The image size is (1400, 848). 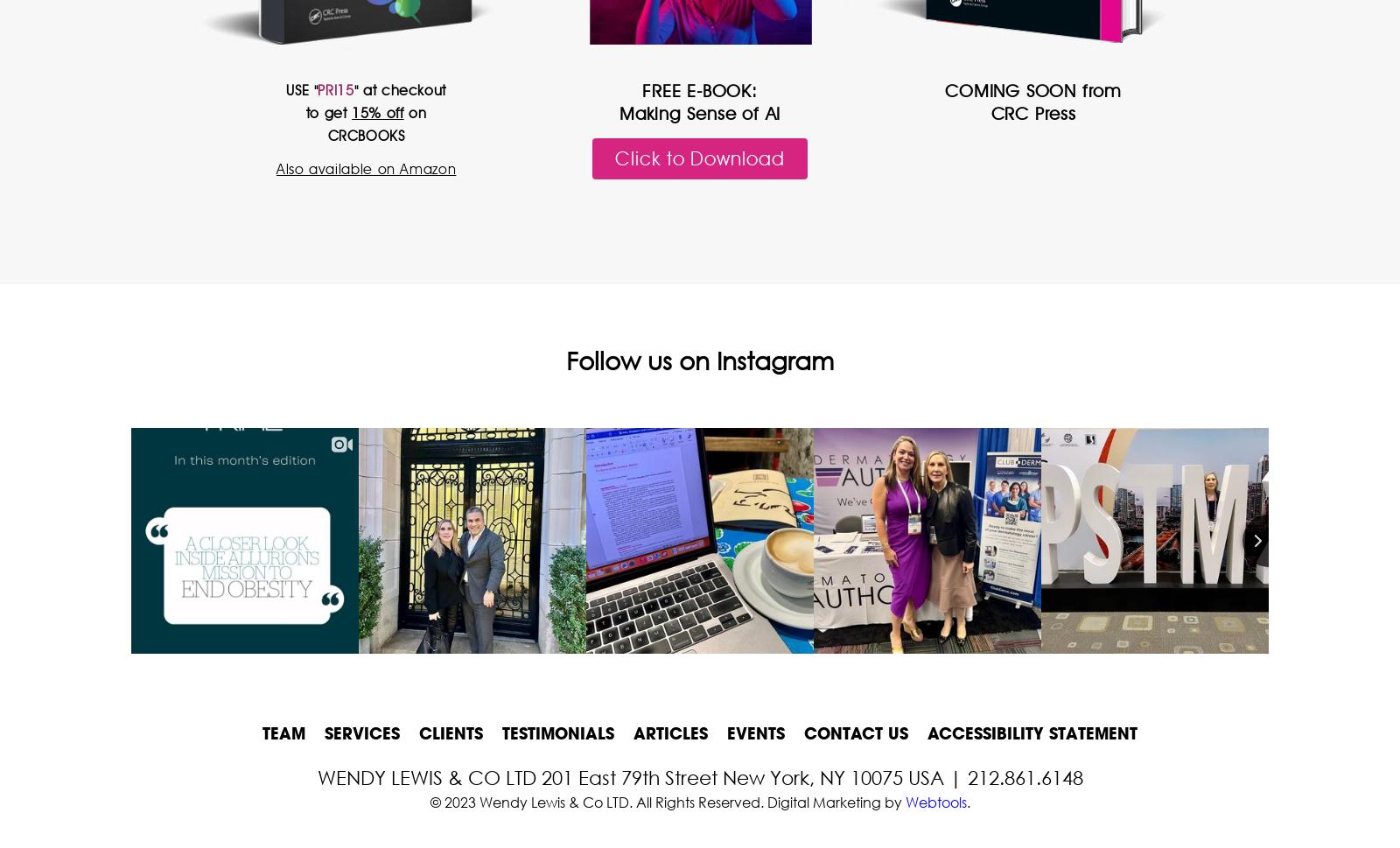 I want to click on '" at checkout', so click(x=398, y=89).